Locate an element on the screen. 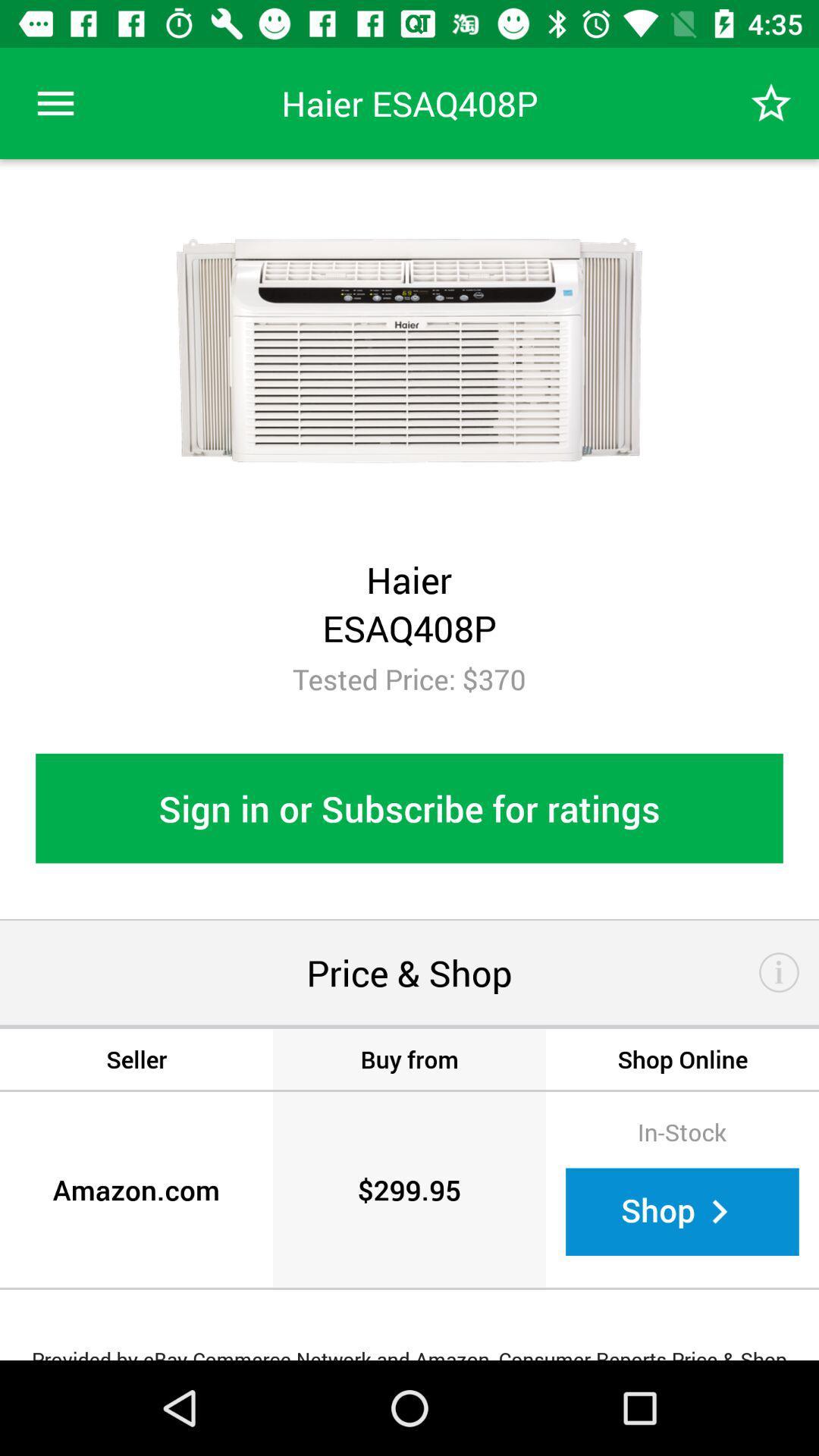 The width and height of the screenshot is (819, 1456). the icon to the right of the haier esaq408p is located at coordinates (771, 102).